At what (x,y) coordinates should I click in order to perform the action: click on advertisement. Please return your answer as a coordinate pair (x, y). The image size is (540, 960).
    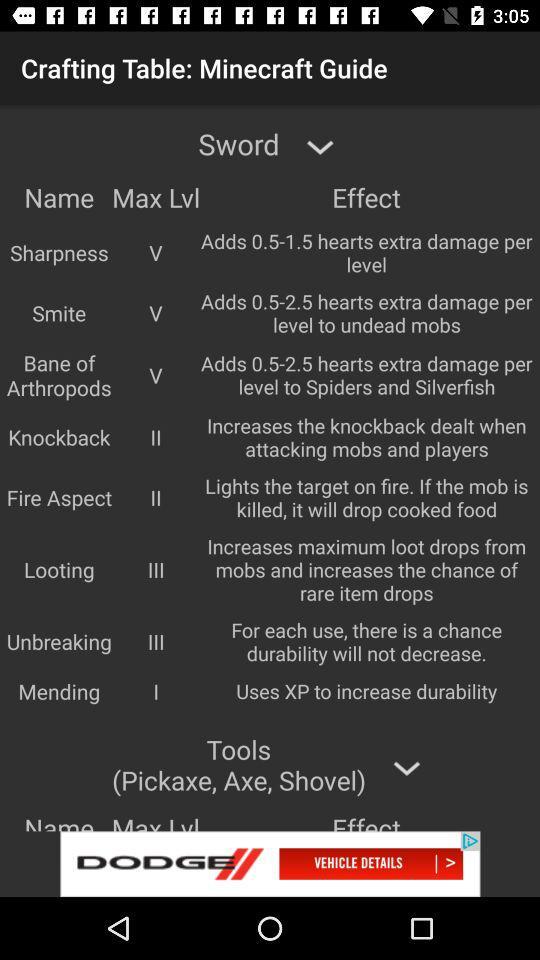
    Looking at the image, I should click on (270, 863).